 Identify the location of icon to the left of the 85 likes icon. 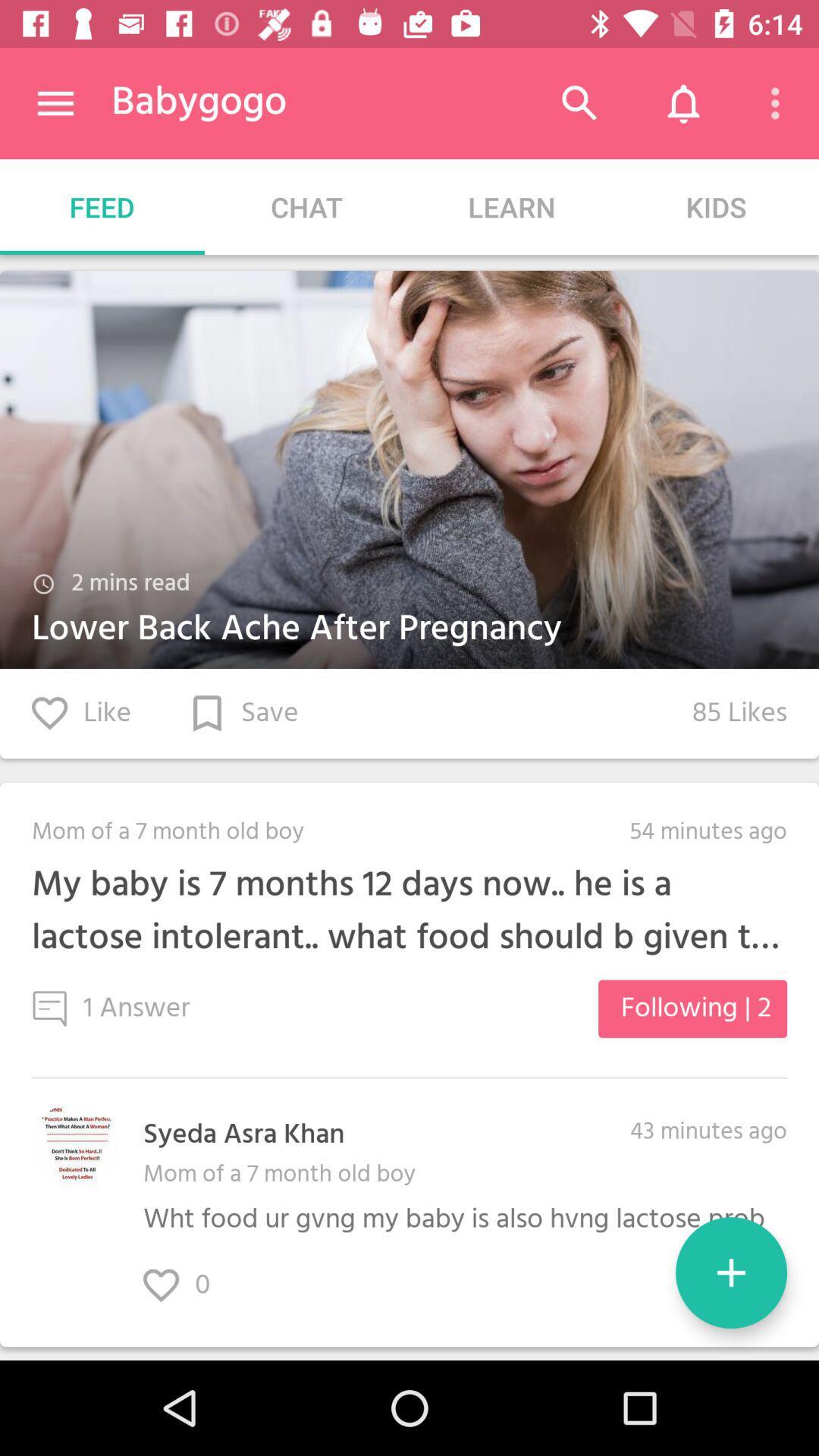
(243, 713).